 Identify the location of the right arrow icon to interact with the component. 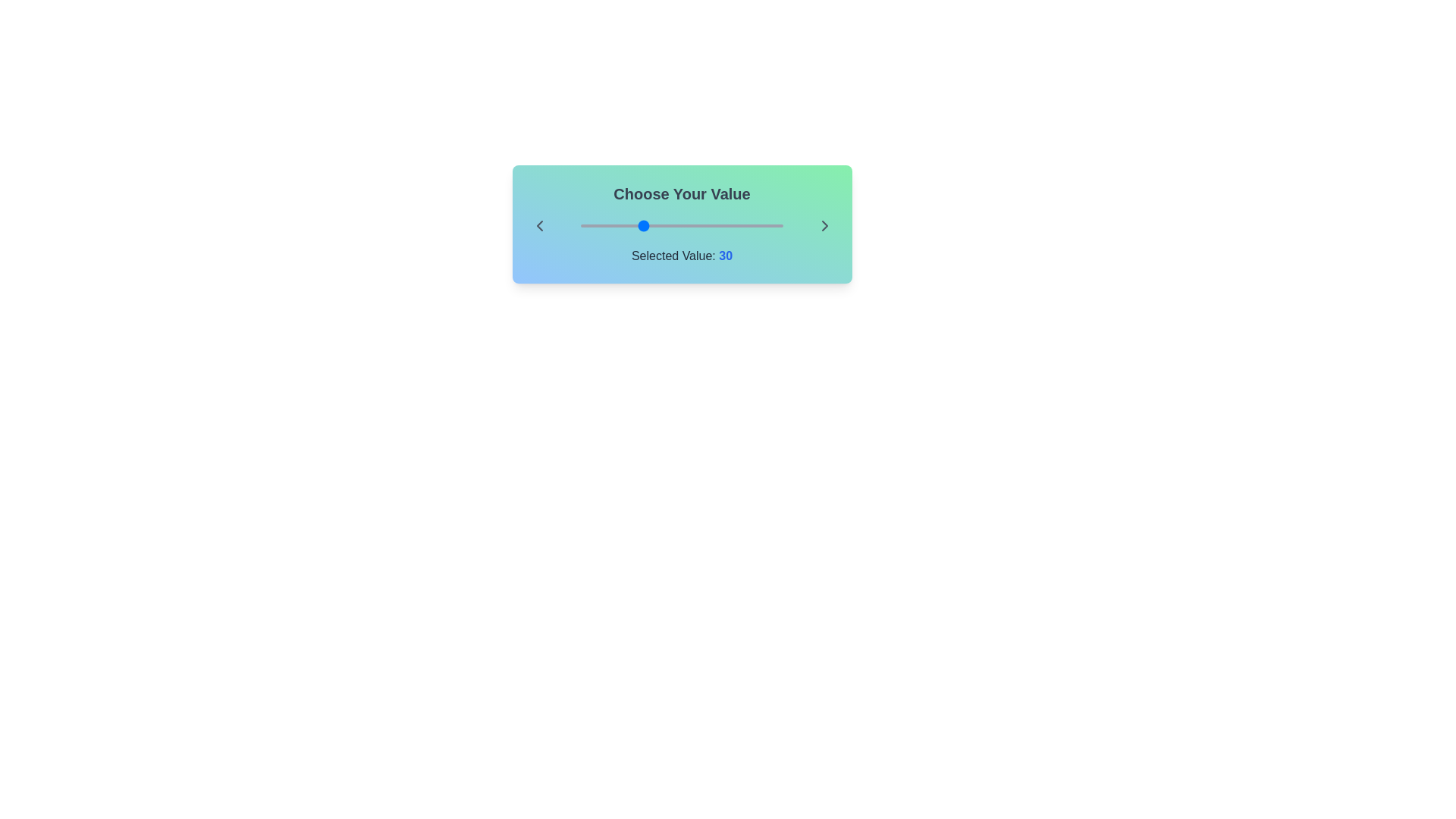
(824, 225).